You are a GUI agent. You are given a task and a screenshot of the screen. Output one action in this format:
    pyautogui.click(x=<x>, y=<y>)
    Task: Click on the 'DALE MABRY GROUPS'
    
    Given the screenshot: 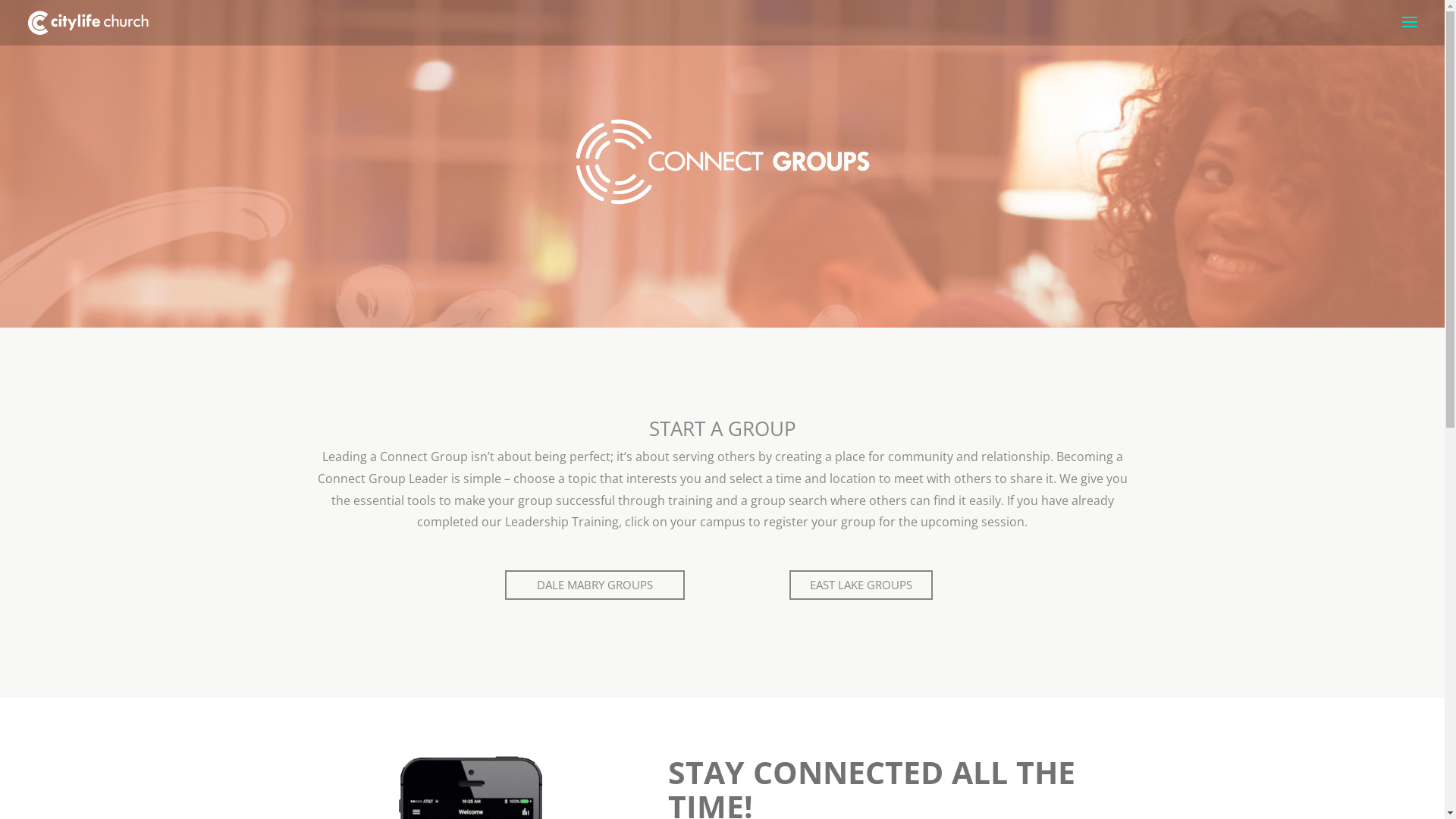 What is the action you would take?
    pyautogui.click(x=594, y=584)
    